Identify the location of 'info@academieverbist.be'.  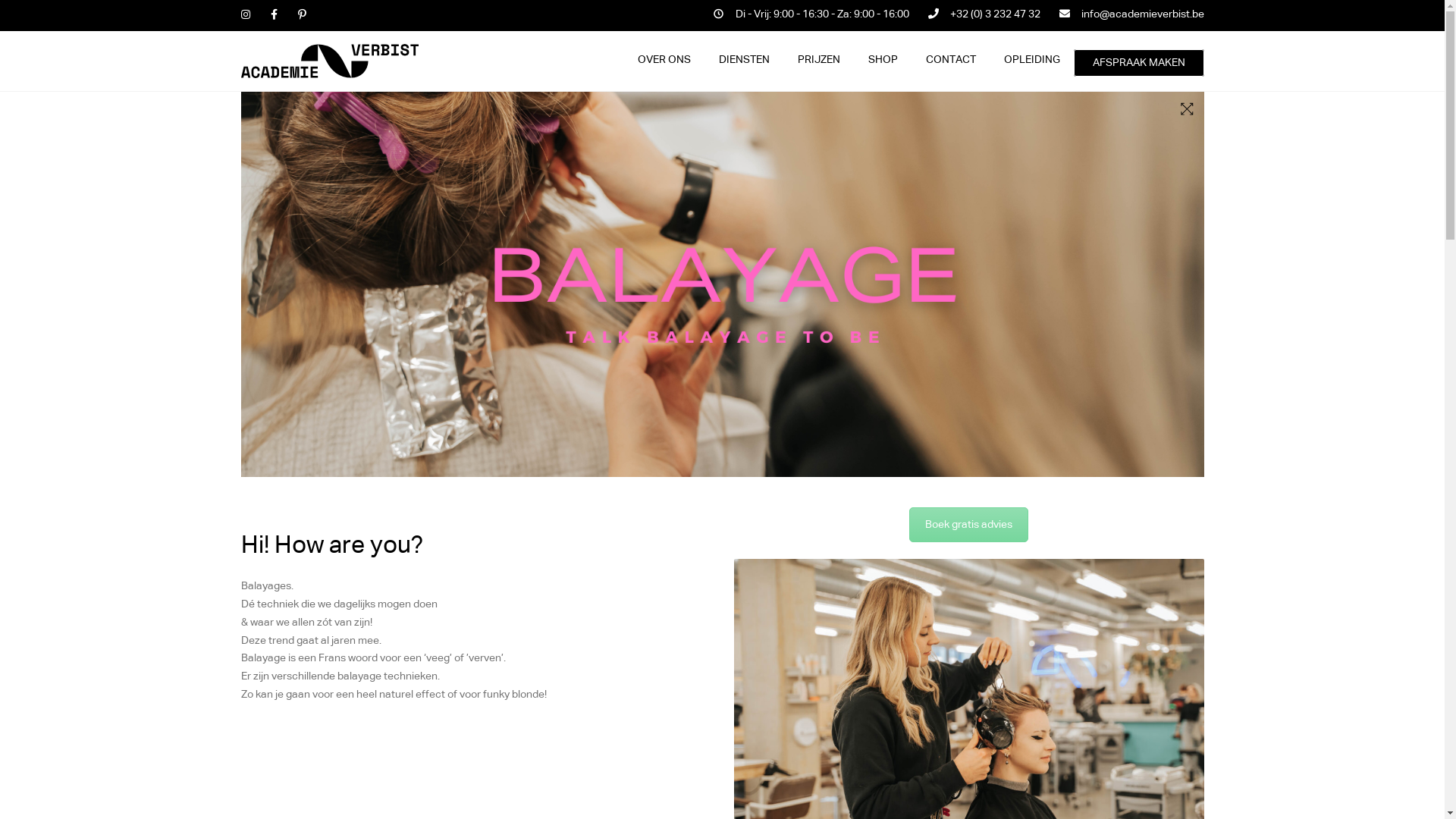
(959, 561).